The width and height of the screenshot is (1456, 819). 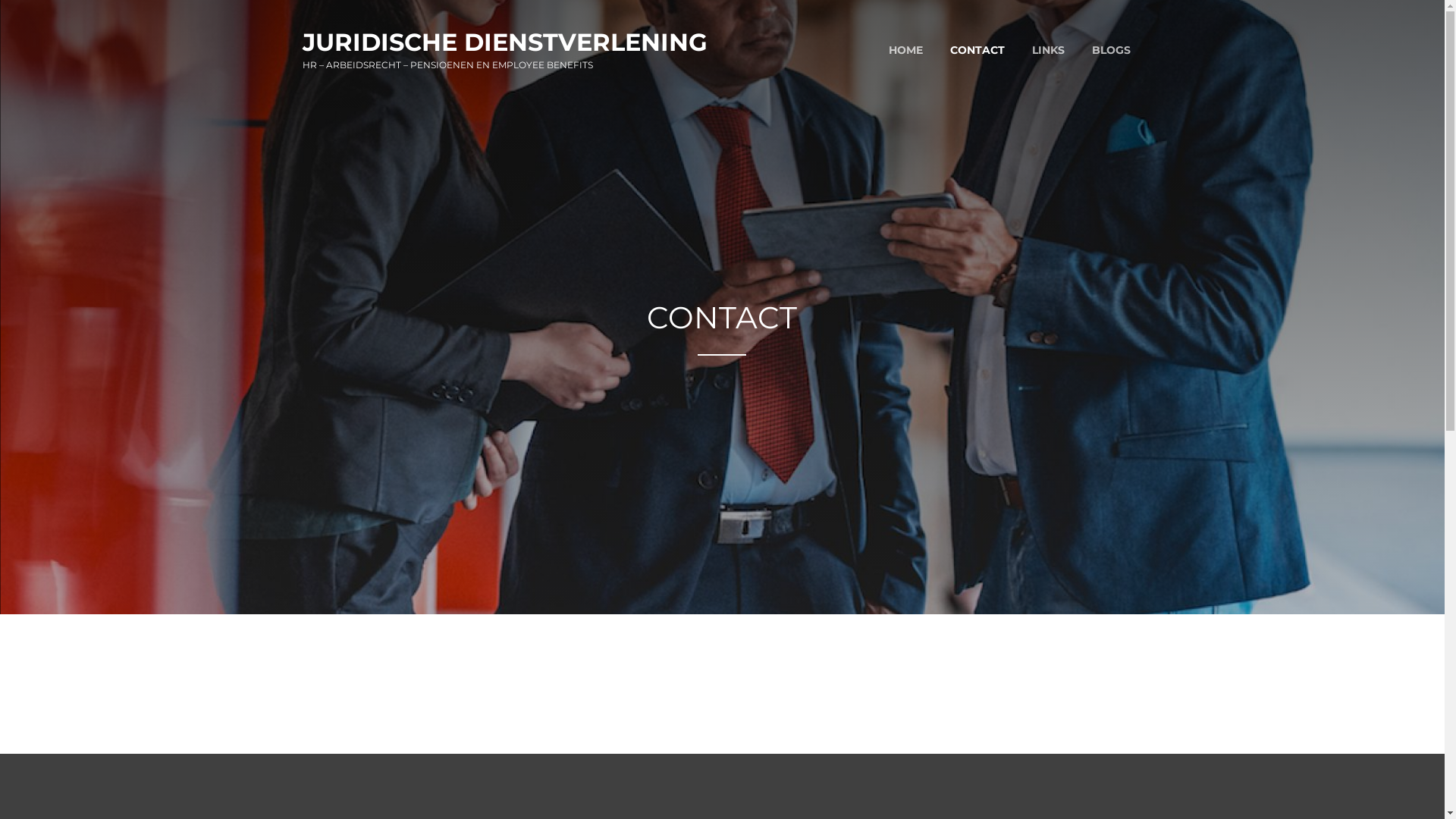 What do you see at coordinates (976, 49) in the screenshot?
I see `'CONTACT'` at bounding box center [976, 49].